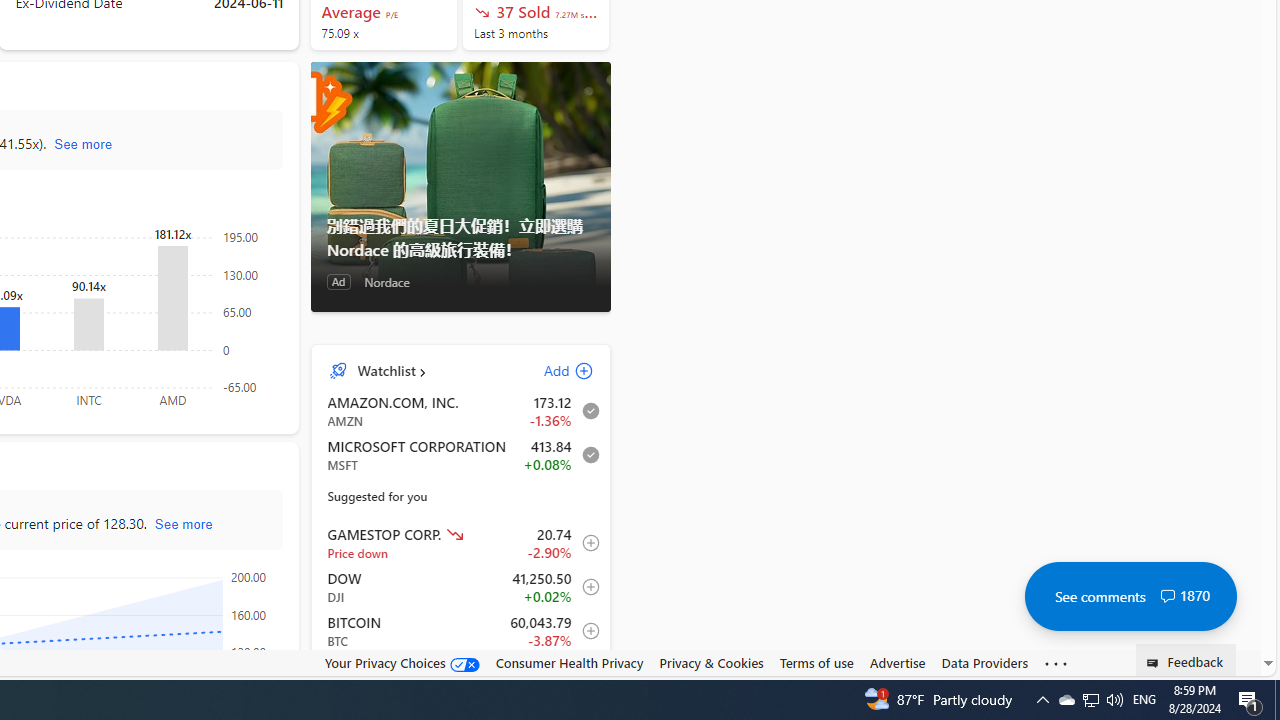  I want to click on 'Add', so click(551, 370).